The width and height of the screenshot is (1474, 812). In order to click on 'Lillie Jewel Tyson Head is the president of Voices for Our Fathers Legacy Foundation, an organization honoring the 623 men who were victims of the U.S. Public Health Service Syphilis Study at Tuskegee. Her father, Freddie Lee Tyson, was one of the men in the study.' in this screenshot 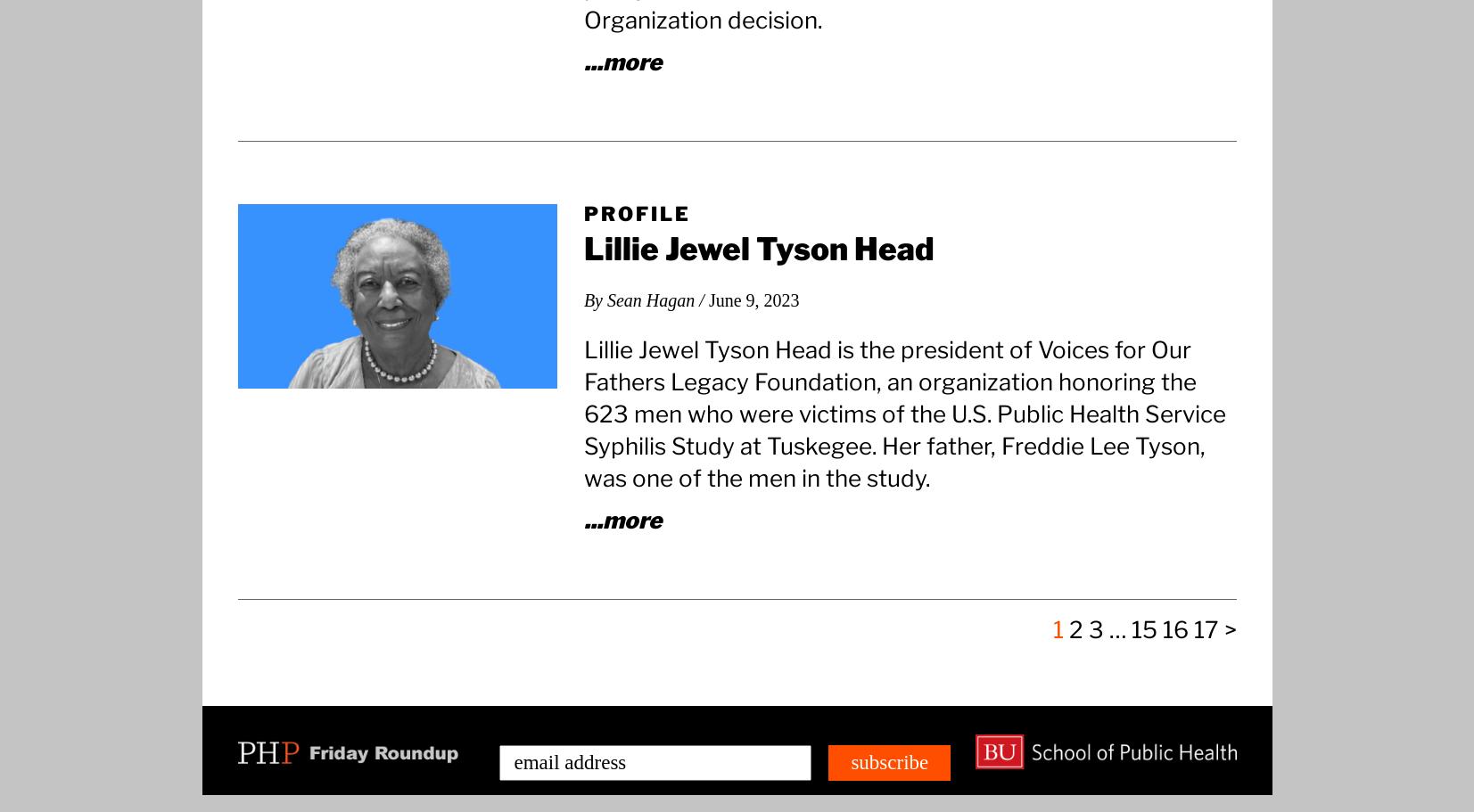, I will do `click(903, 412)`.